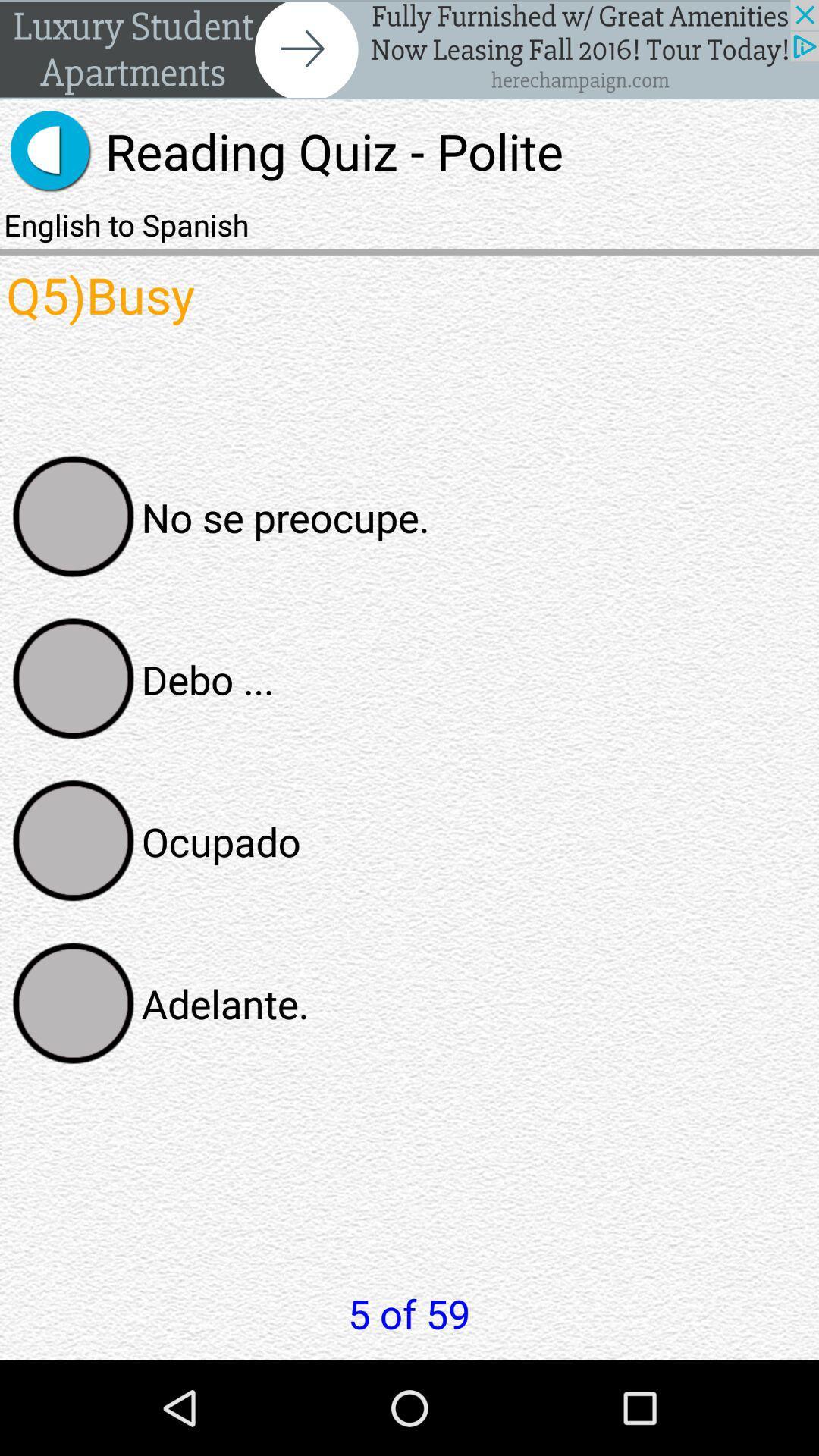 Image resolution: width=819 pixels, height=1456 pixels. What do you see at coordinates (74, 516) in the screenshot?
I see `button` at bounding box center [74, 516].